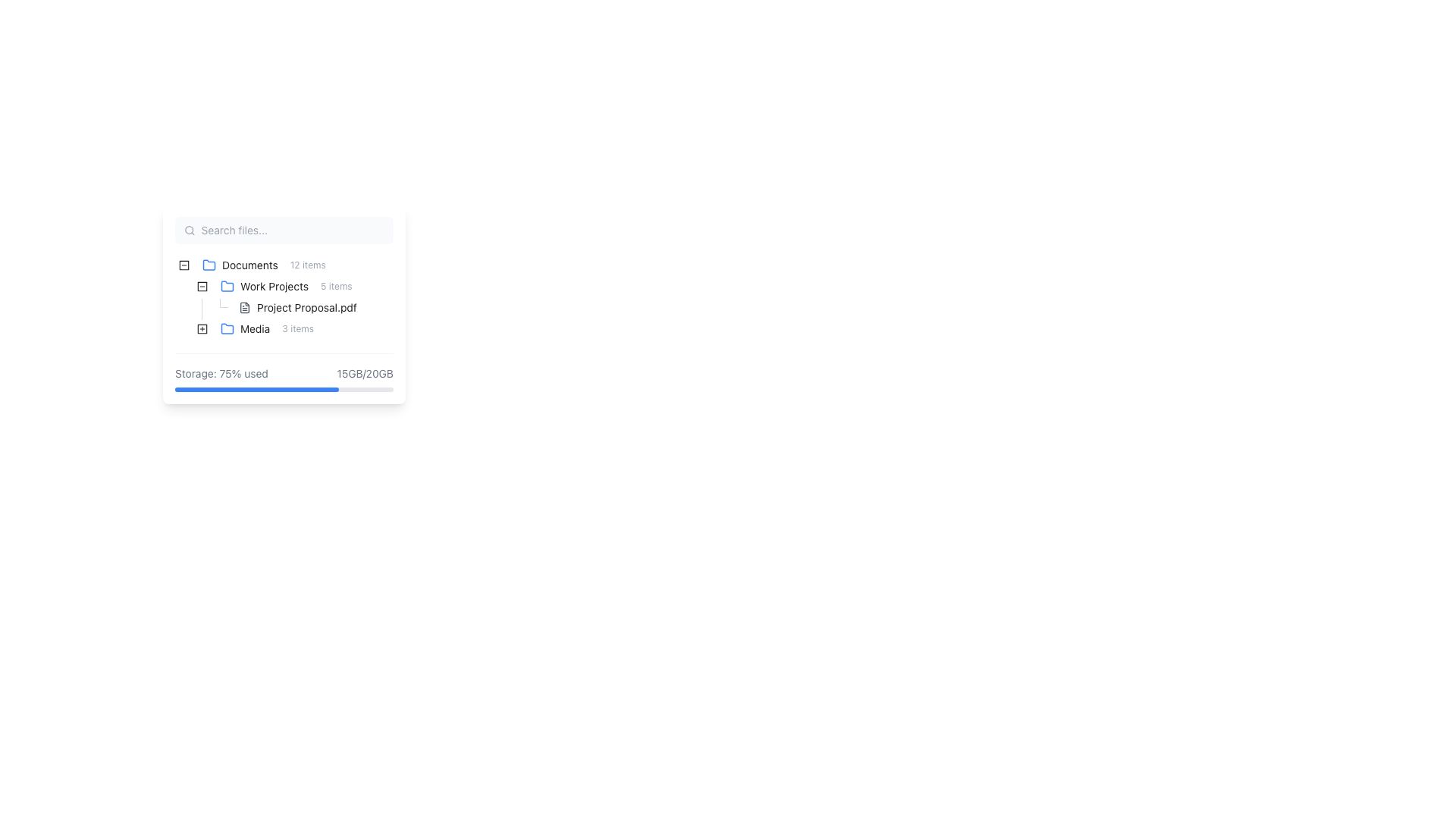 The image size is (1456, 819). Describe the element at coordinates (303, 307) in the screenshot. I see `on the file representation labeled 'Project Proposal.pdf' in the 'Work Projects' folder` at that location.